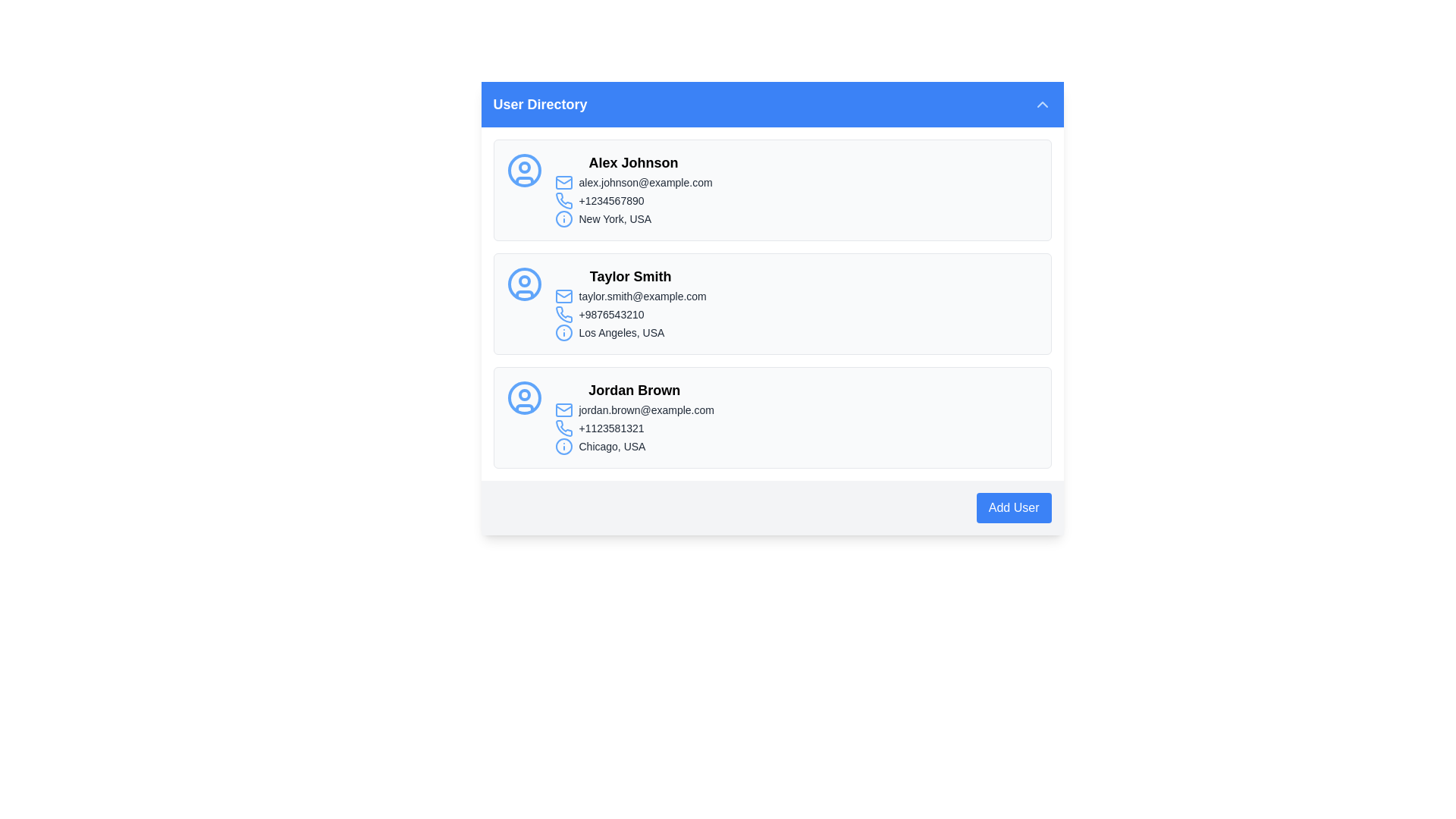  I want to click on the user profile icon for 'Jordan Brown', which is a light blue outline style icon located at the start of the block containing user information, so click(524, 397).